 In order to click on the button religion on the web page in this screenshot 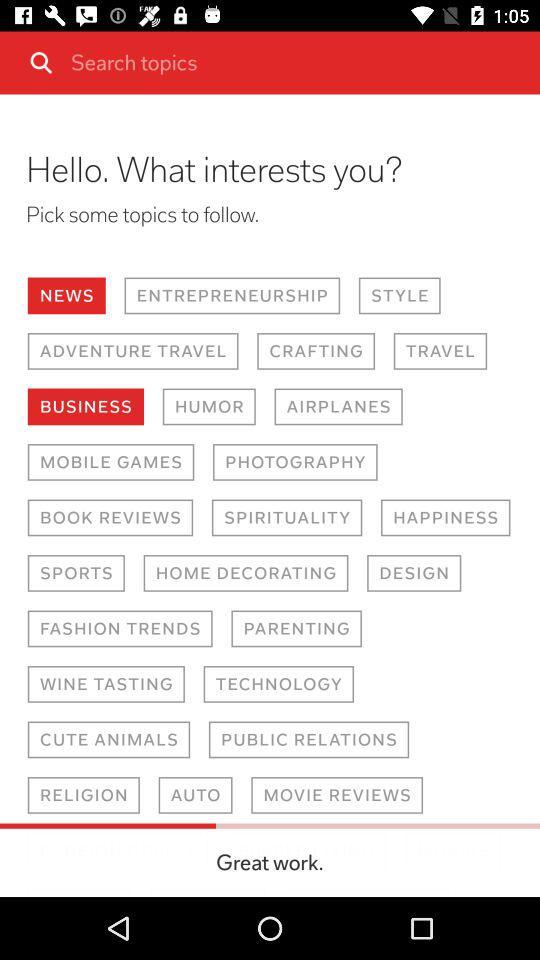, I will do `click(196, 795)`.